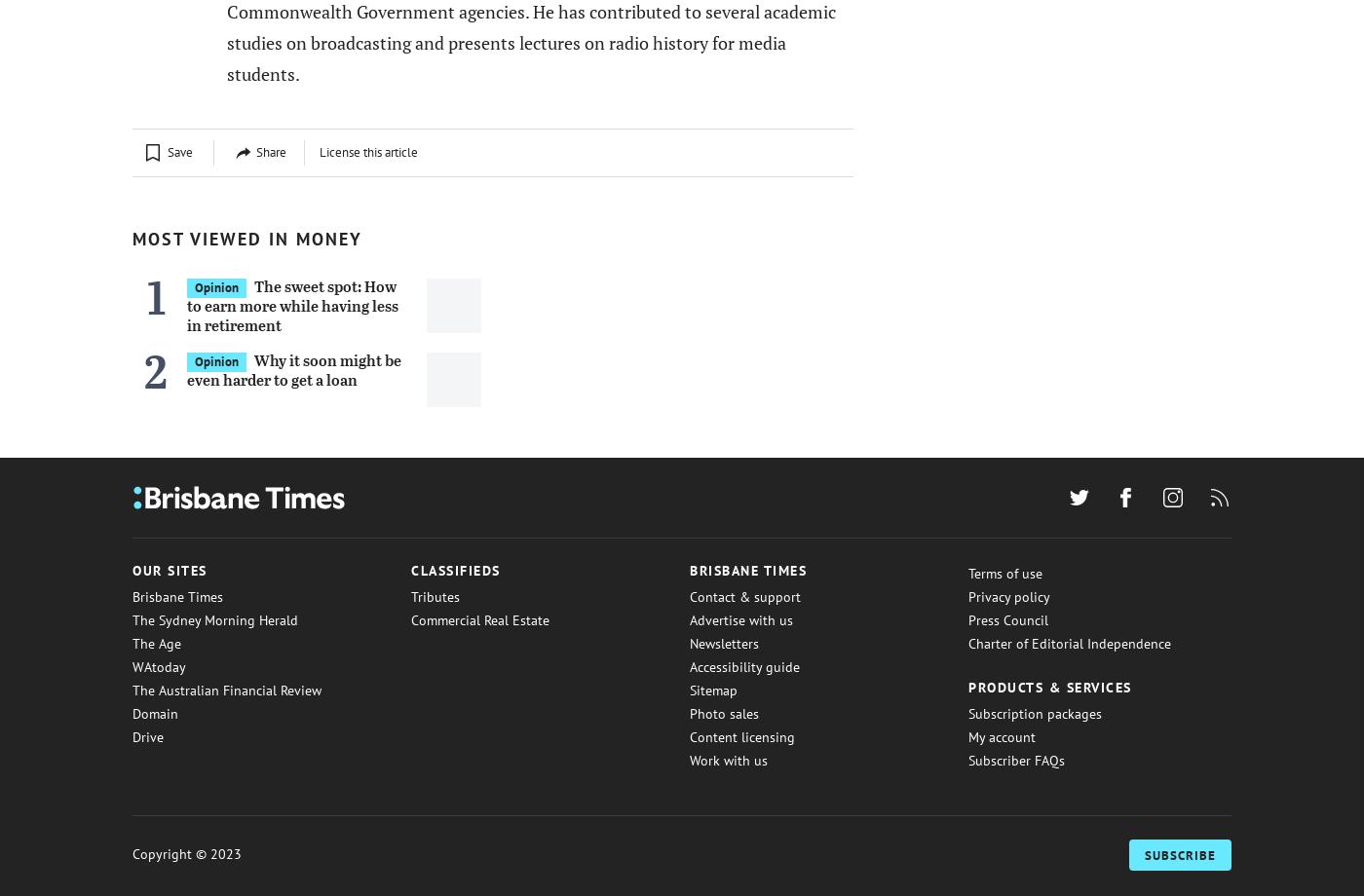 This screenshot has width=1364, height=896. Describe the element at coordinates (255, 80) in the screenshot. I see `'or'` at that location.